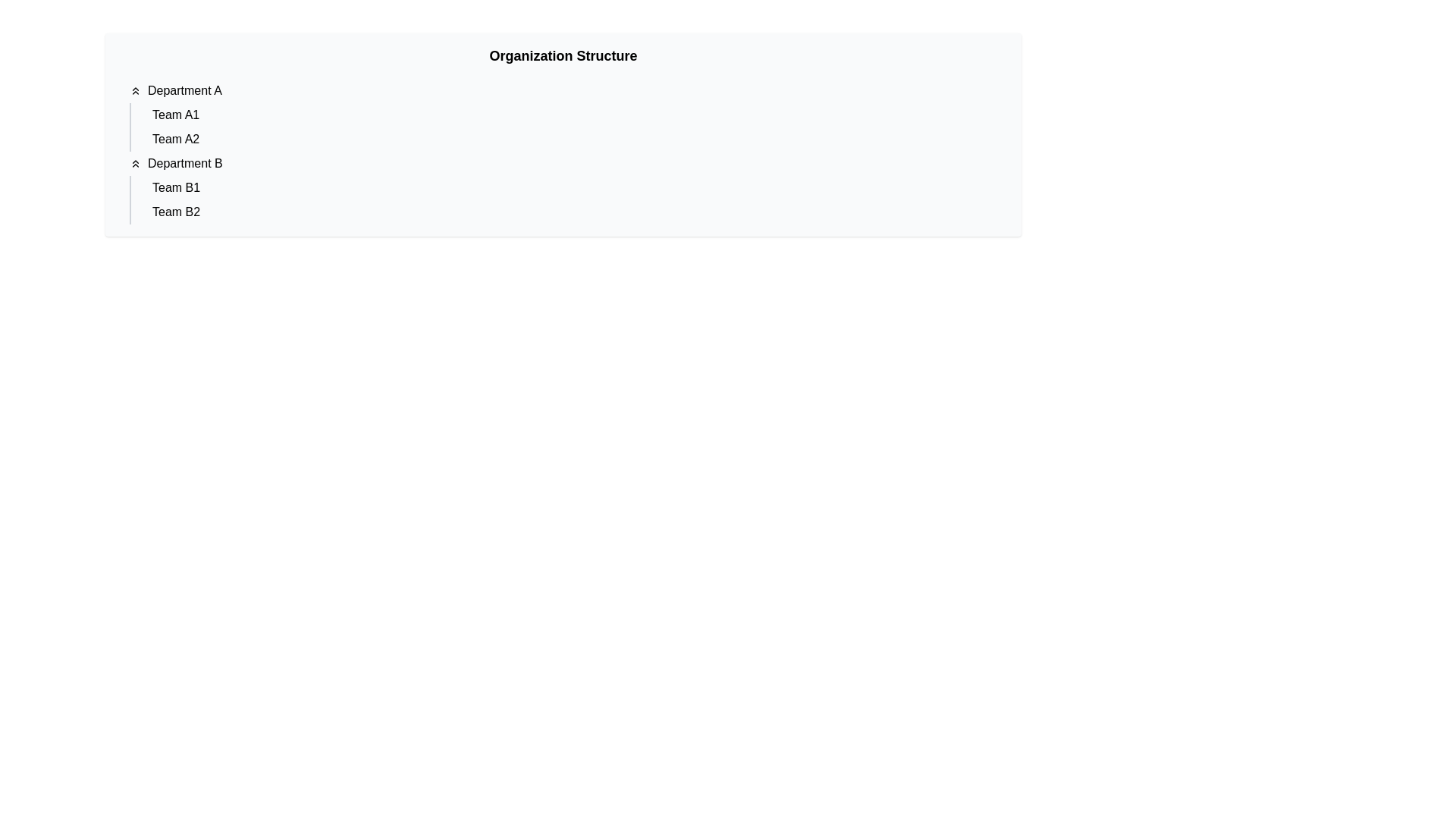 The width and height of the screenshot is (1456, 819). Describe the element at coordinates (176, 212) in the screenshot. I see `the textual label 'Team B2' which is styled in a standard sans-serif font, located under 'Department B' in the organizational structure view` at that location.